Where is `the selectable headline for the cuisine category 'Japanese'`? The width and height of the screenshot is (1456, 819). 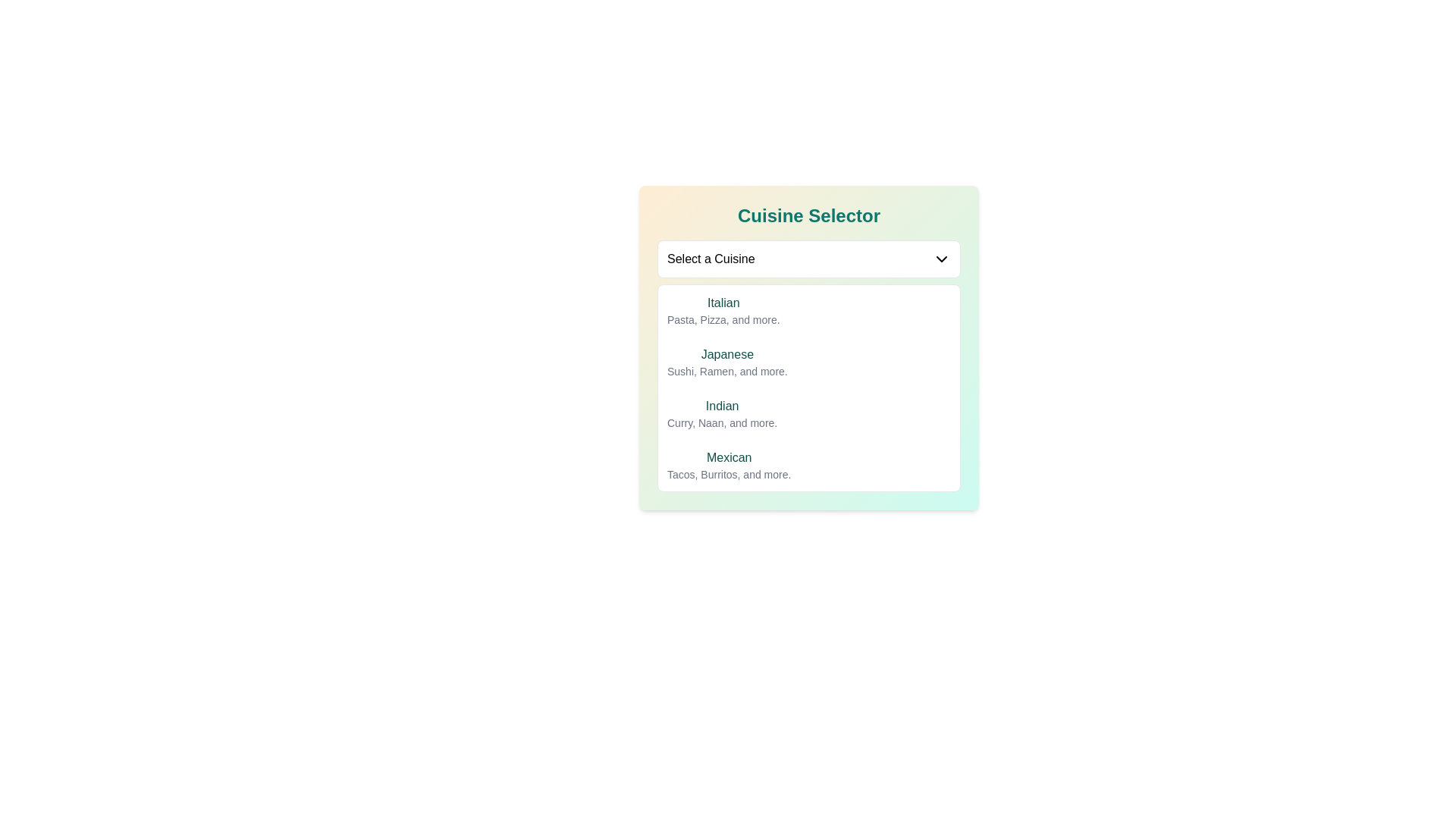
the selectable headline for the cuisine category 'Japanese' is located at coordinates (726, 354).